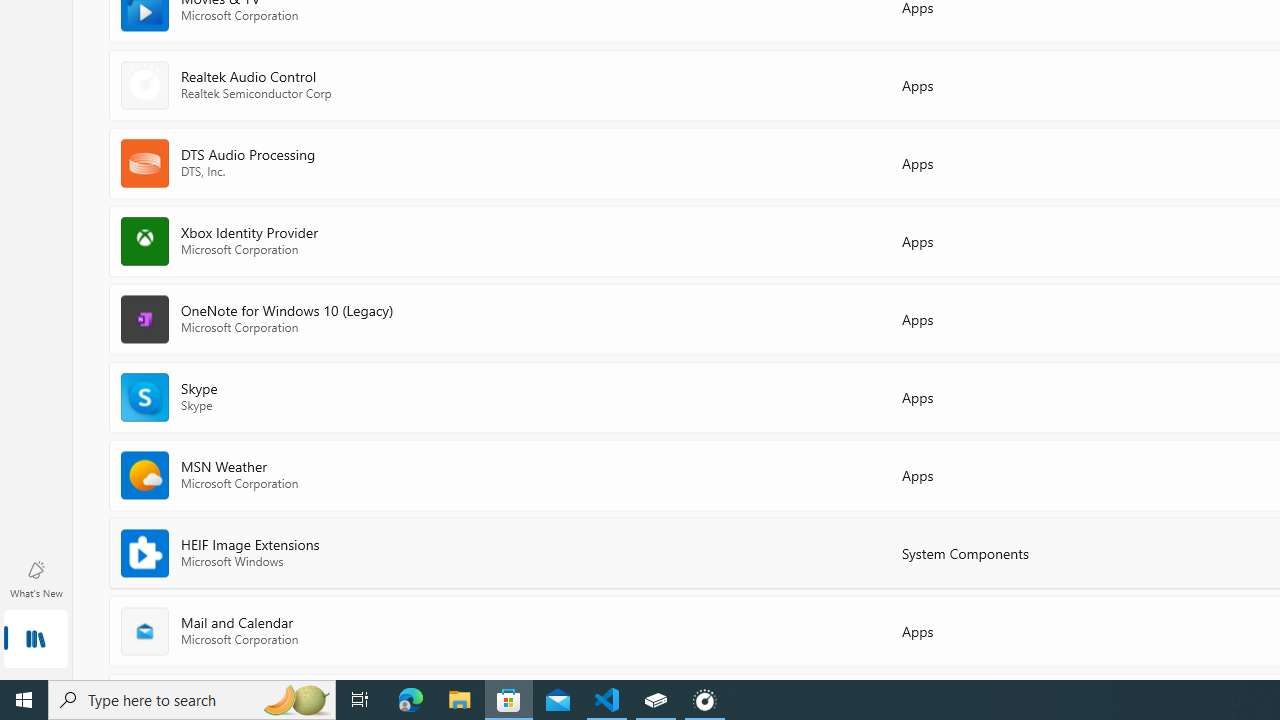  What do you see at coordinates (35, 578) in the screenshot?
I see `'What'` at bounding box center [35, 578].